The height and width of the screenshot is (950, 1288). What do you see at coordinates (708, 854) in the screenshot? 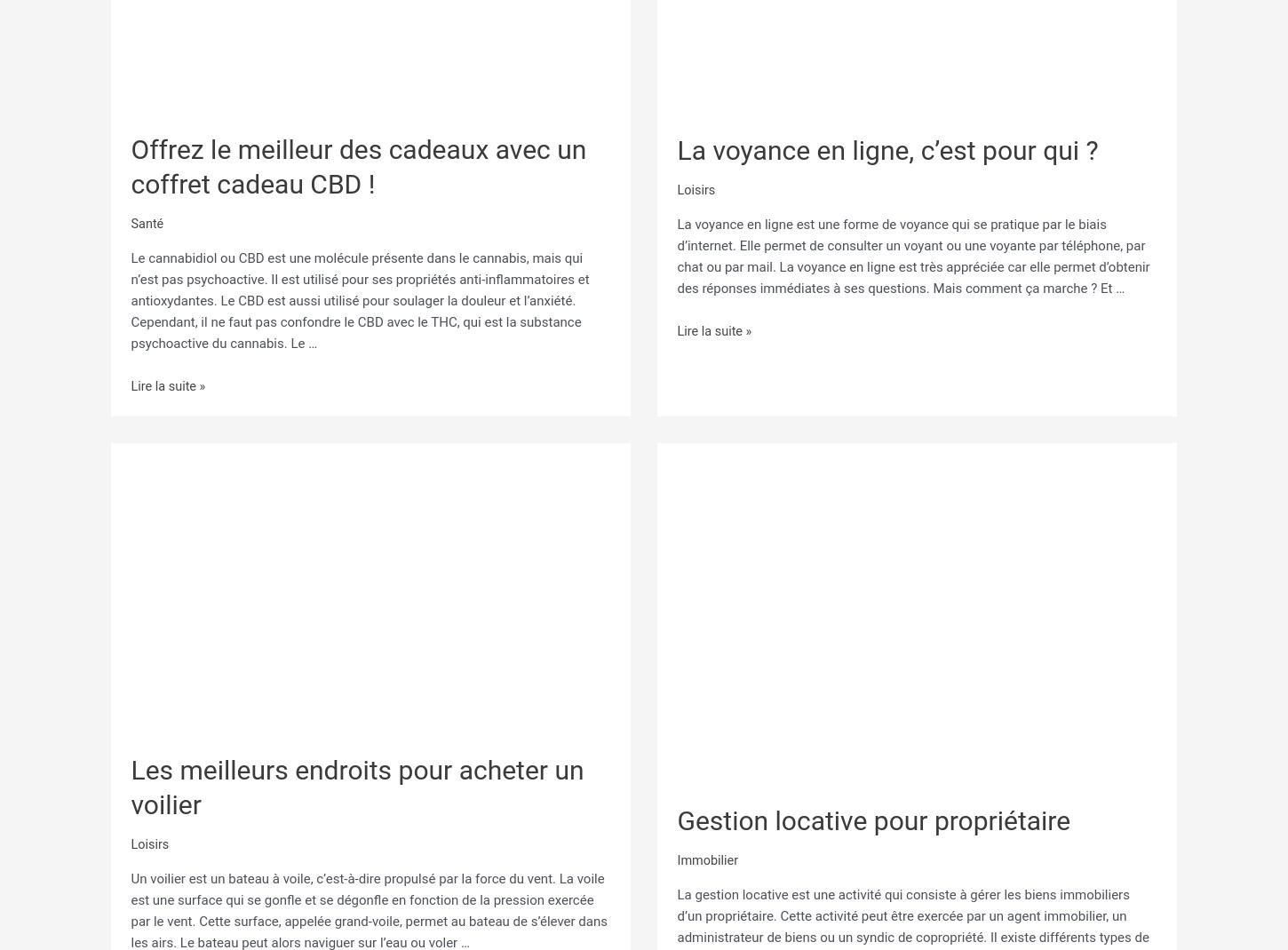
I see `'Immobilier'` at bounding box center [708, 854].